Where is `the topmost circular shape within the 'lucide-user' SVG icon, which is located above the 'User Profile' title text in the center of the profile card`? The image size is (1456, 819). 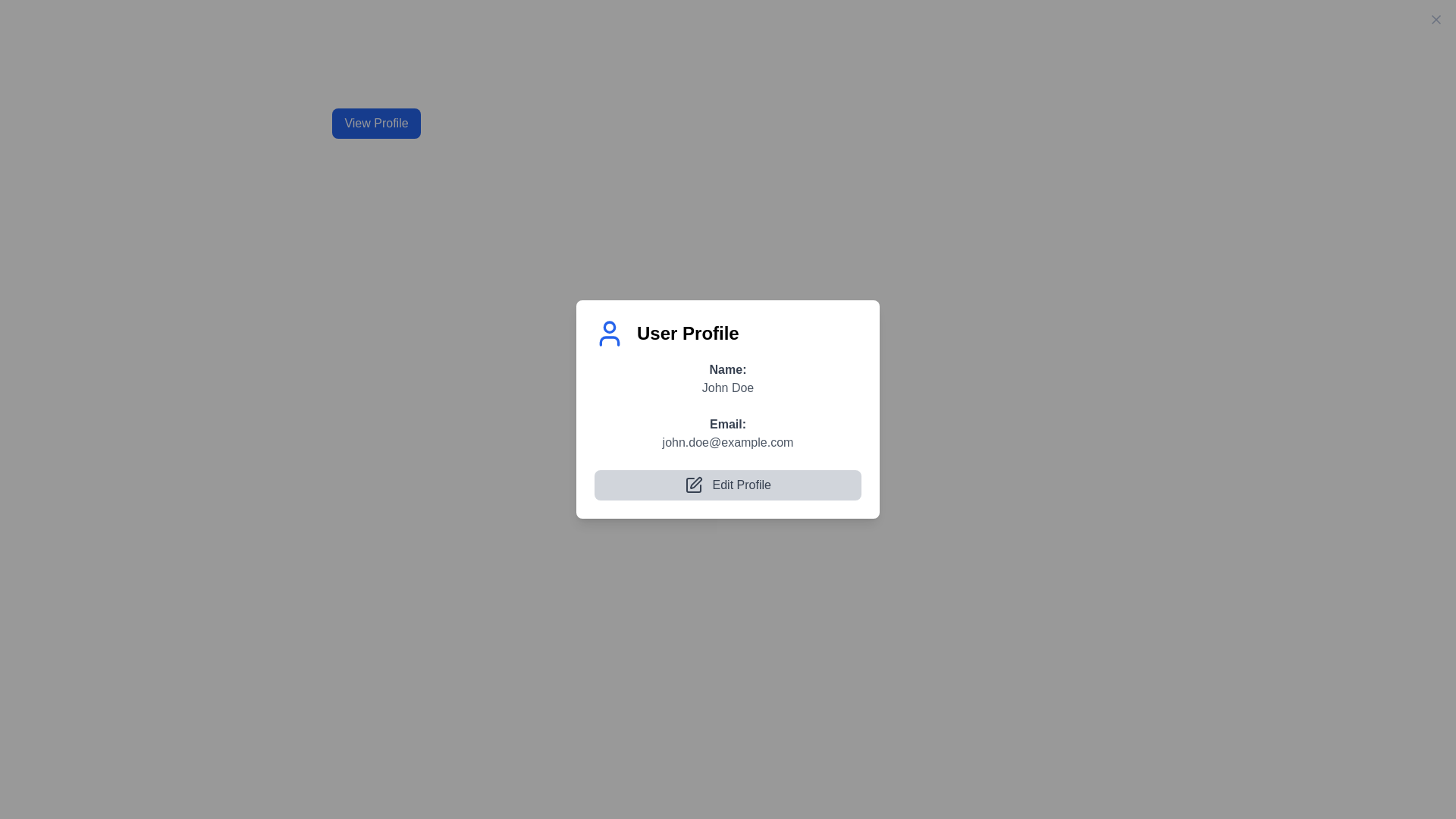
the topmost circular shape within the 'lucide-user' SVG icon, which is located above the 'User Profile' title text in the center of the profile card is located at coordinates (610, 326).